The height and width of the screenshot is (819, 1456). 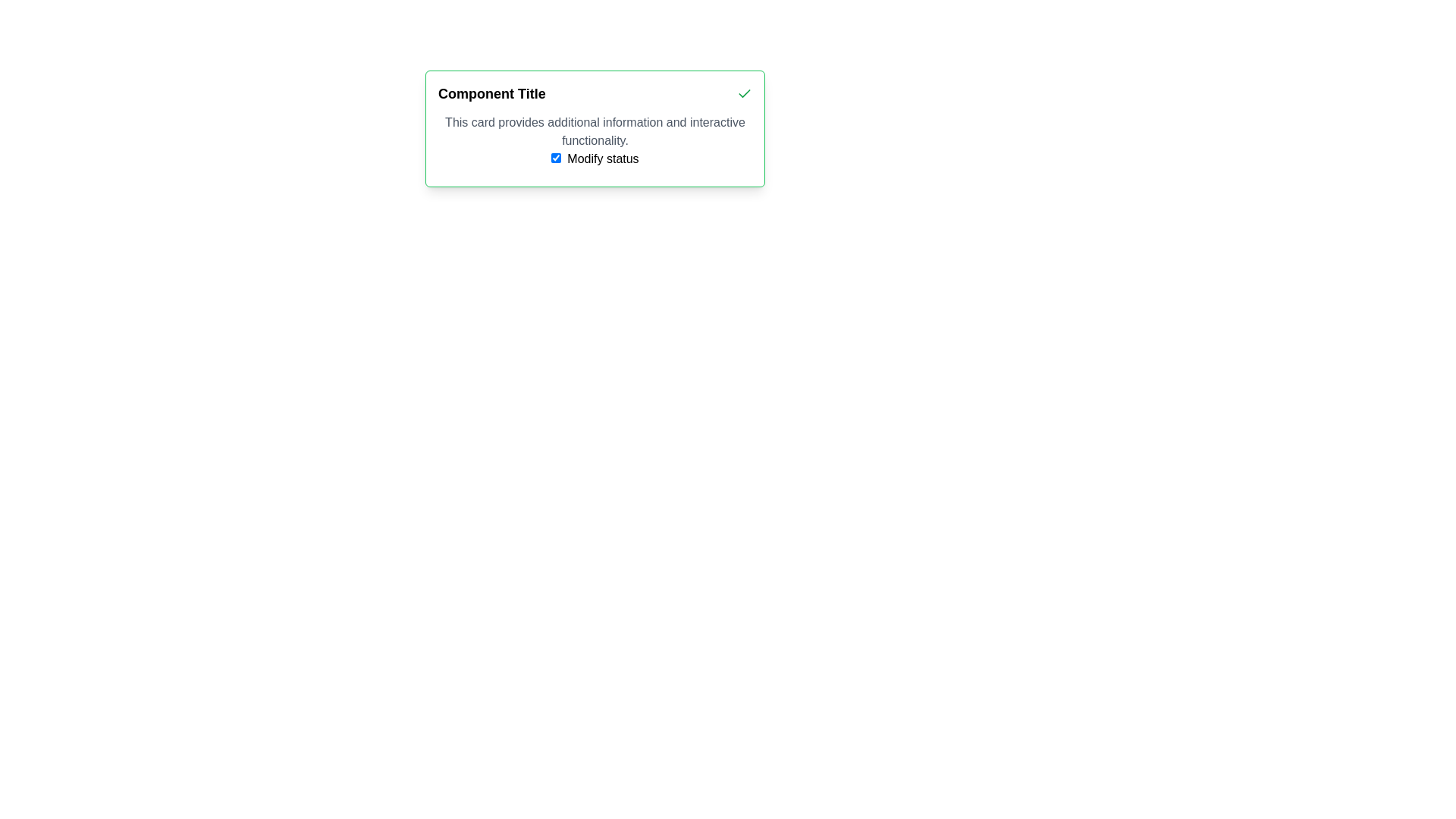 What do you see at coordinates (602, 158) in the screenshot?
I see `the 'Modify status' label to associate it with the checkbox functionality in the second row of elements in the card component` at bounding box center [602, 158].